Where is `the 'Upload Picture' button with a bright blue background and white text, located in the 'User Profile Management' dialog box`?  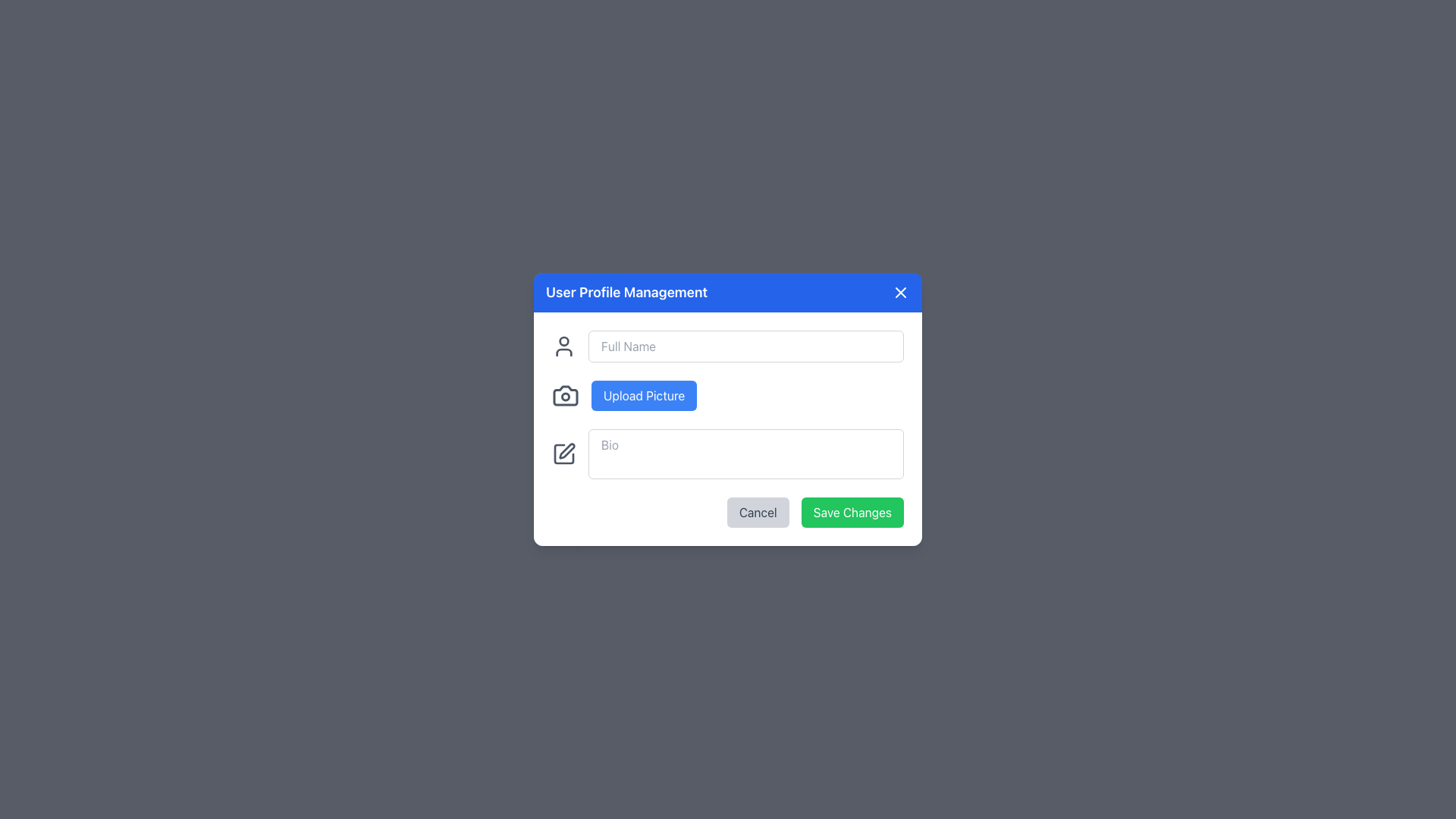
the 'Upload Picture' button with a bright blue background and white text, located in the 'User Profile Management' dialog box is located at coordinates (644, 394).